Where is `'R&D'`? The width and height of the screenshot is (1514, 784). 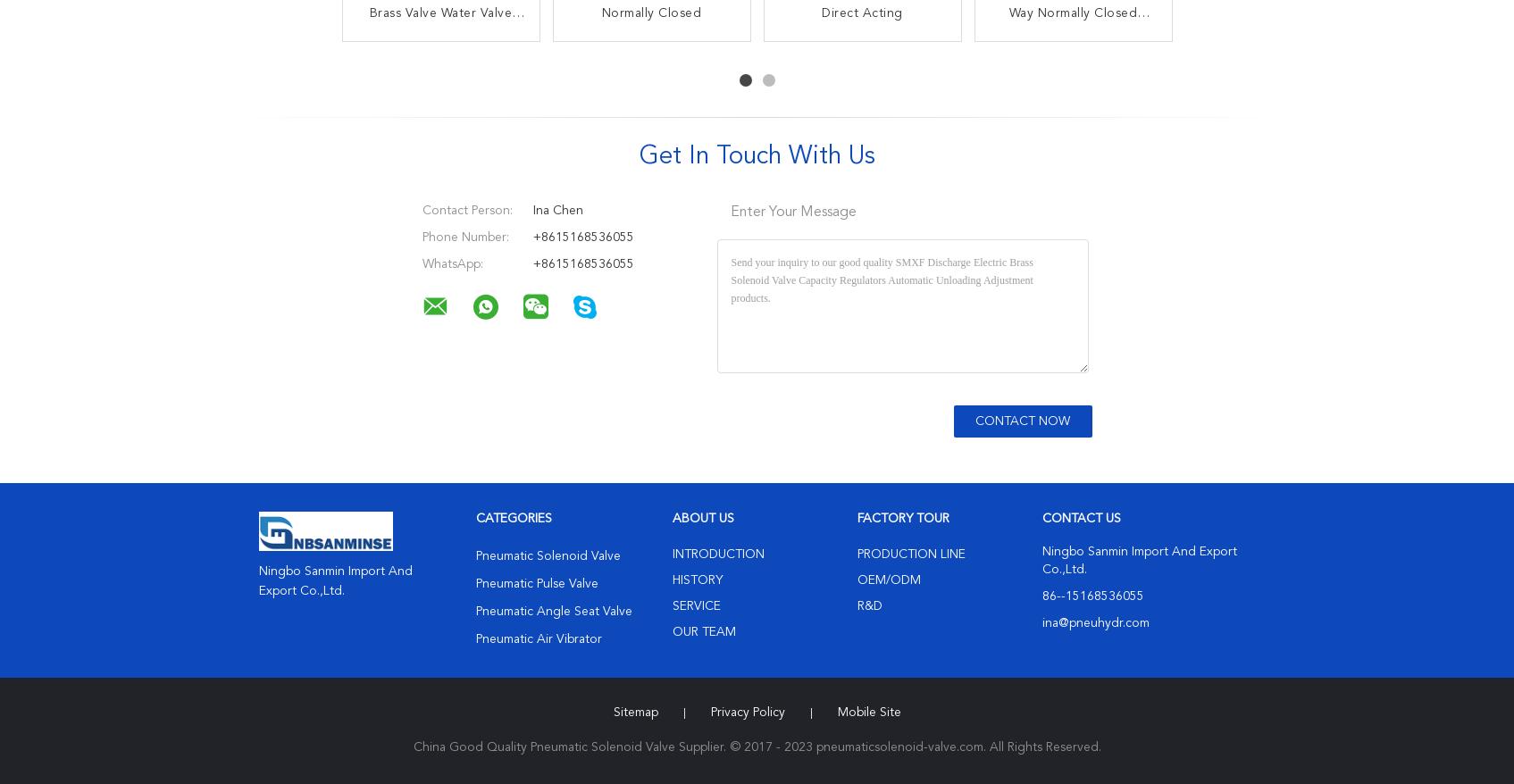
'R&D' is located at coordinates (868, 605).